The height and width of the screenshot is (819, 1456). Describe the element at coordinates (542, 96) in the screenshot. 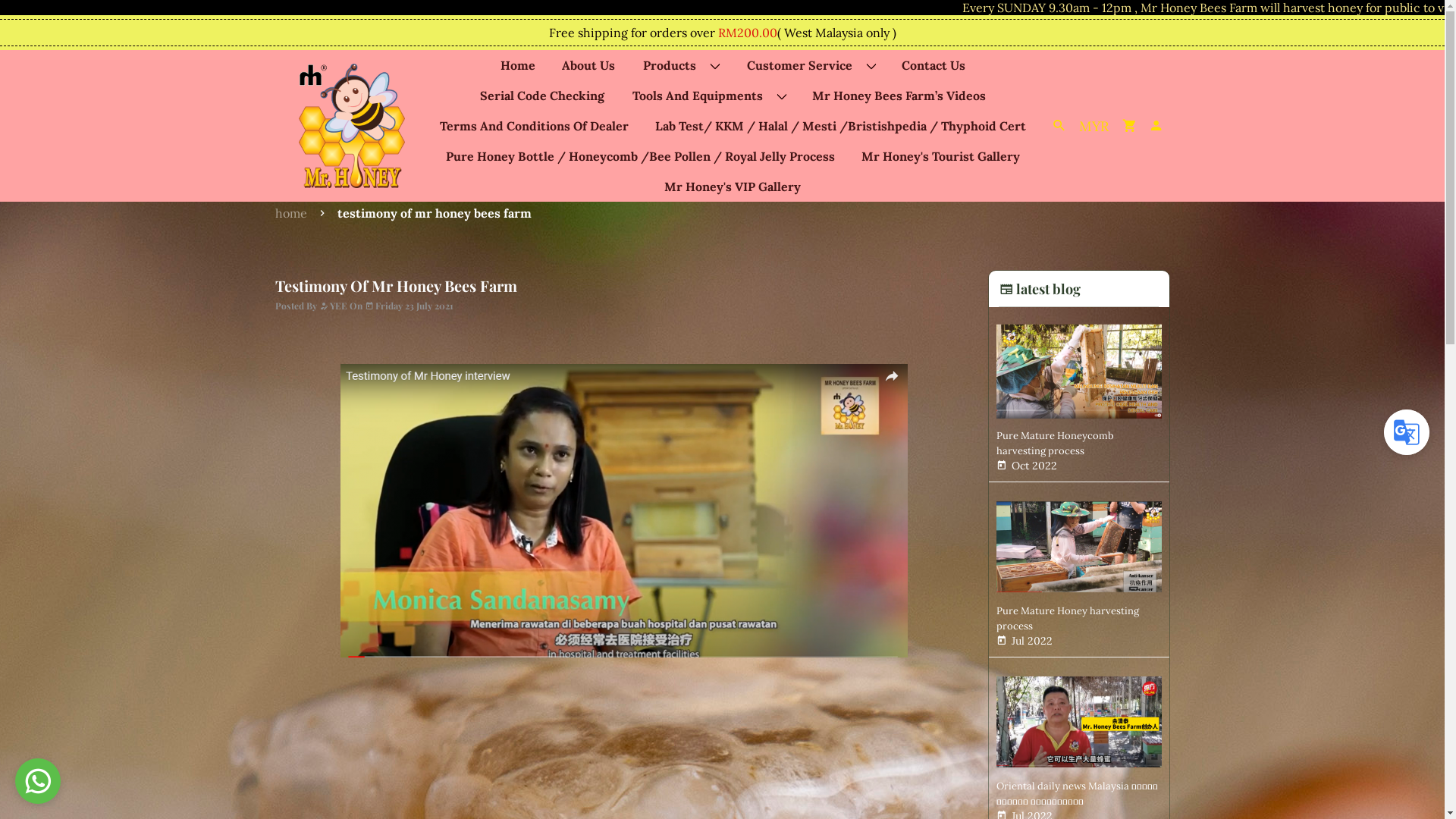

I see `'Serial Code Checking'` at that location.